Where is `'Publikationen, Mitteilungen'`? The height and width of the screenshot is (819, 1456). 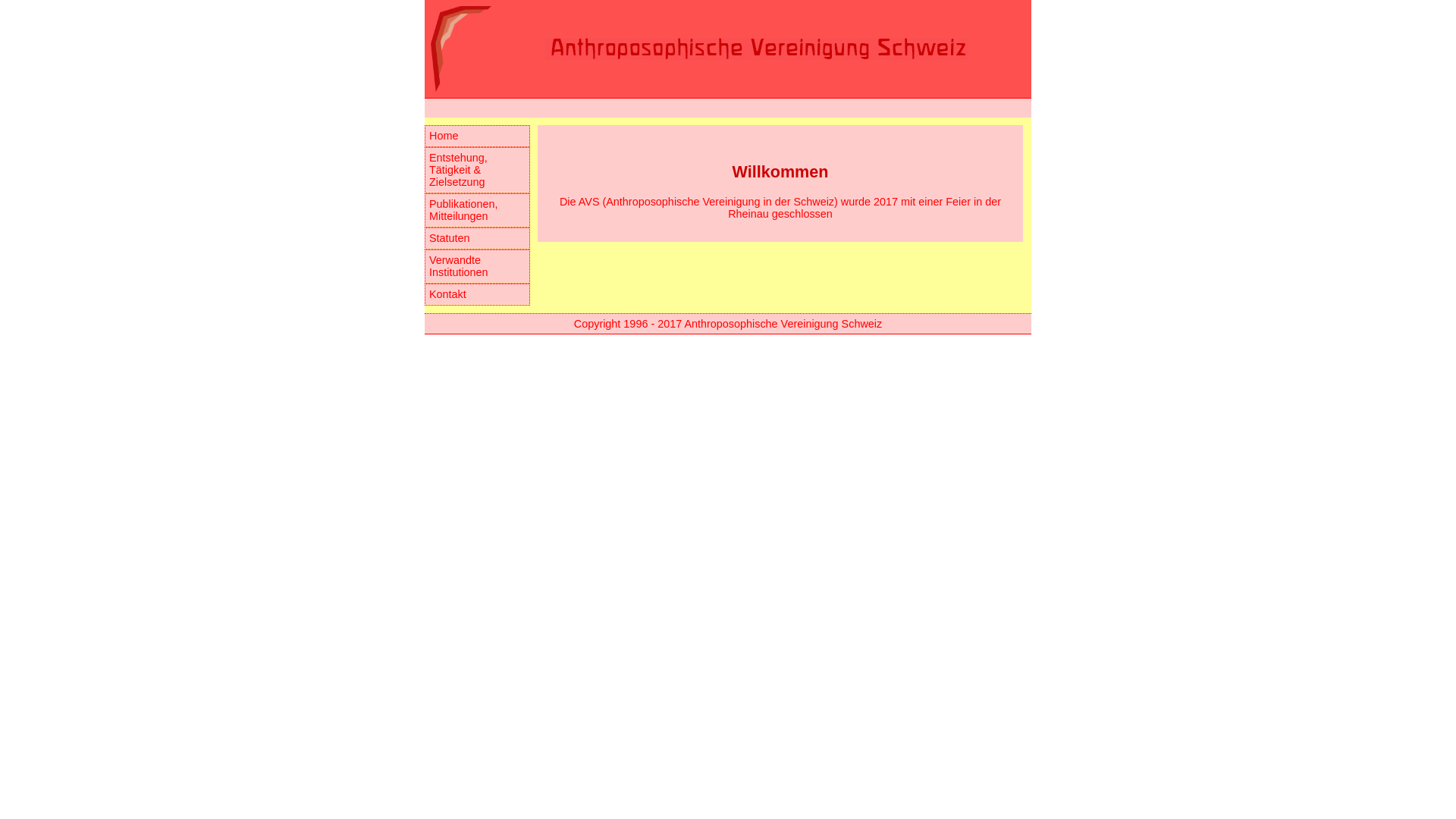 'Publikationen, Mitteilungen' is located at coordinates (425, 210).